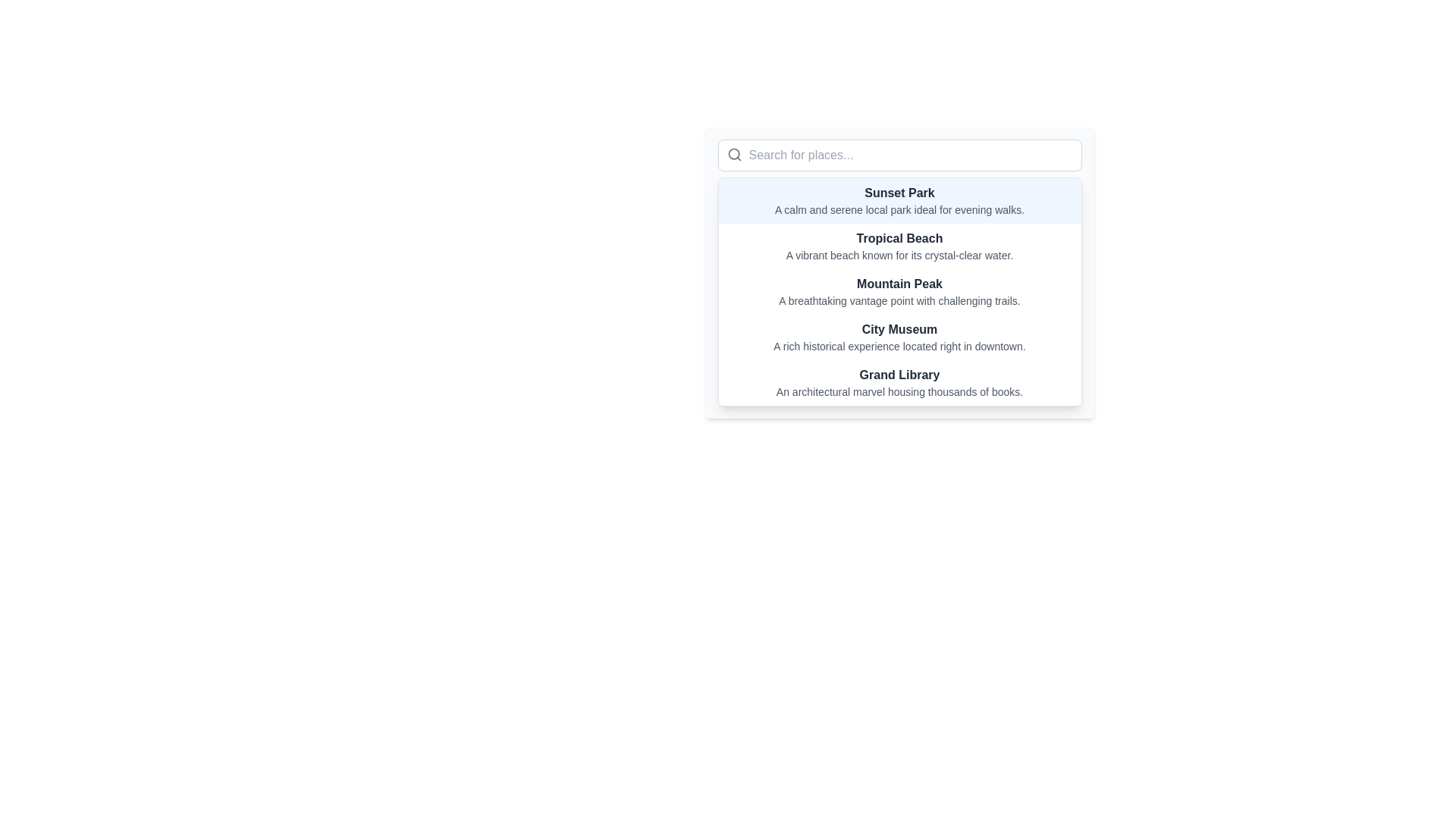 The image size is (1456, 819). What do you see at coordinates (899, 346) in the screenshot?
I see `the text element displaying the message 'A rich historical experience located right in downtown.' which appears as a description beneath the title 'City Museum'` at bounding box center [899, 346].